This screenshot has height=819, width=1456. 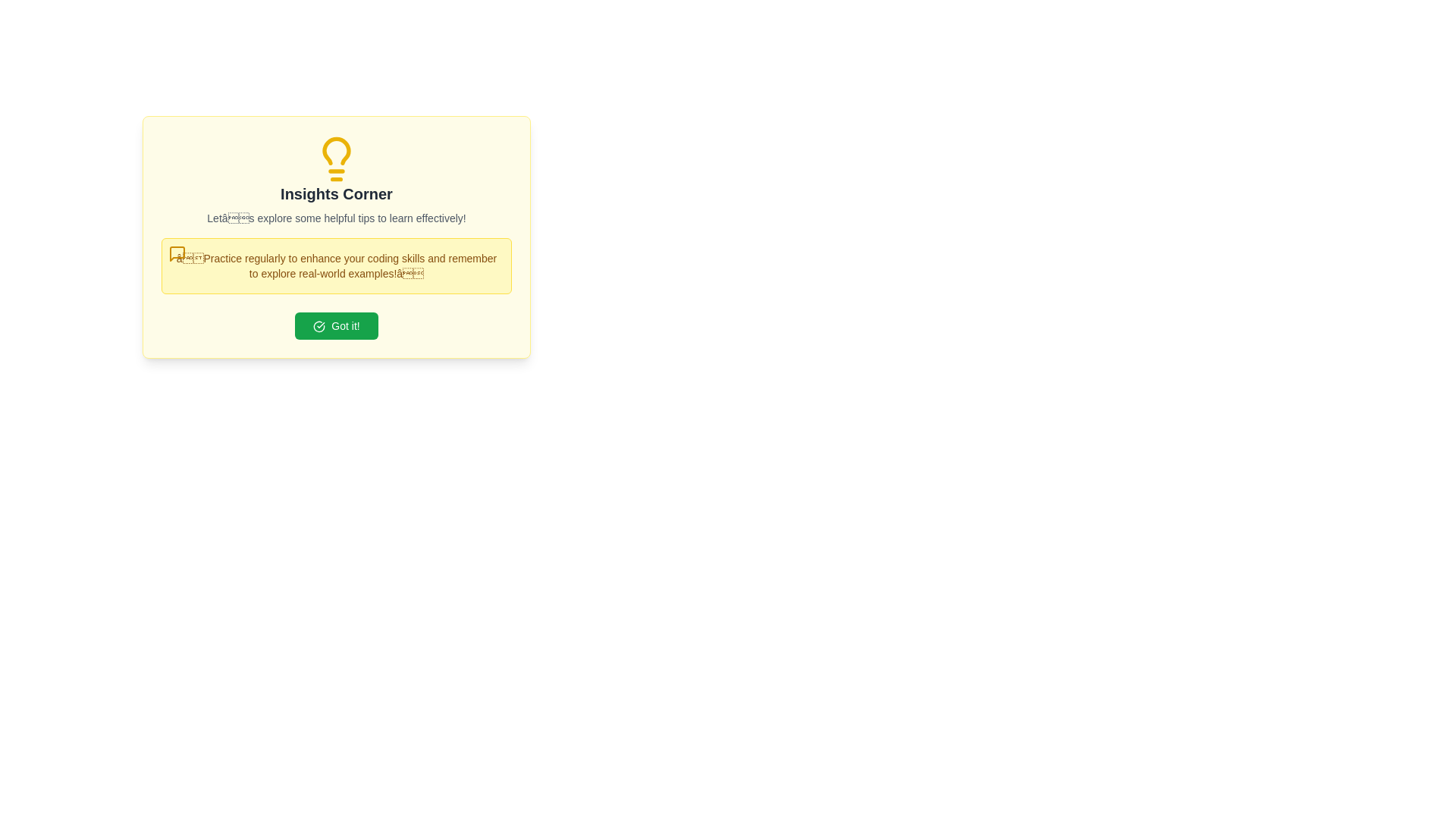 What do you see at coordinates (336, 265) in the screenshot?
I see `the informational text block within the yellow-bordered, rounded rectangle section, located below the 'Insights Corner' header and above the 'Got it!' button` at bounding box center [336, 265].